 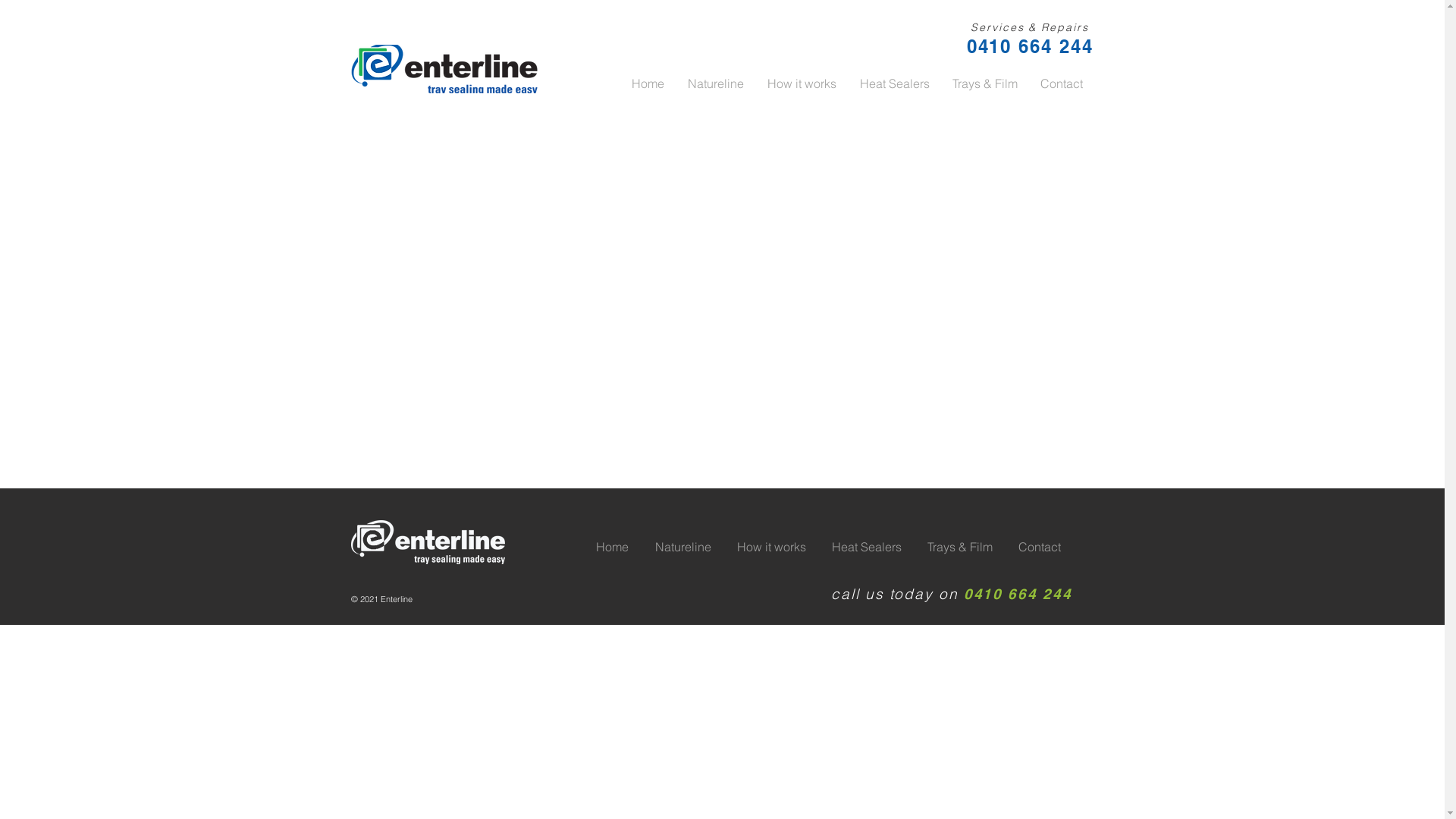 I want to click on 'Natureline', so click(x=680, y=547).